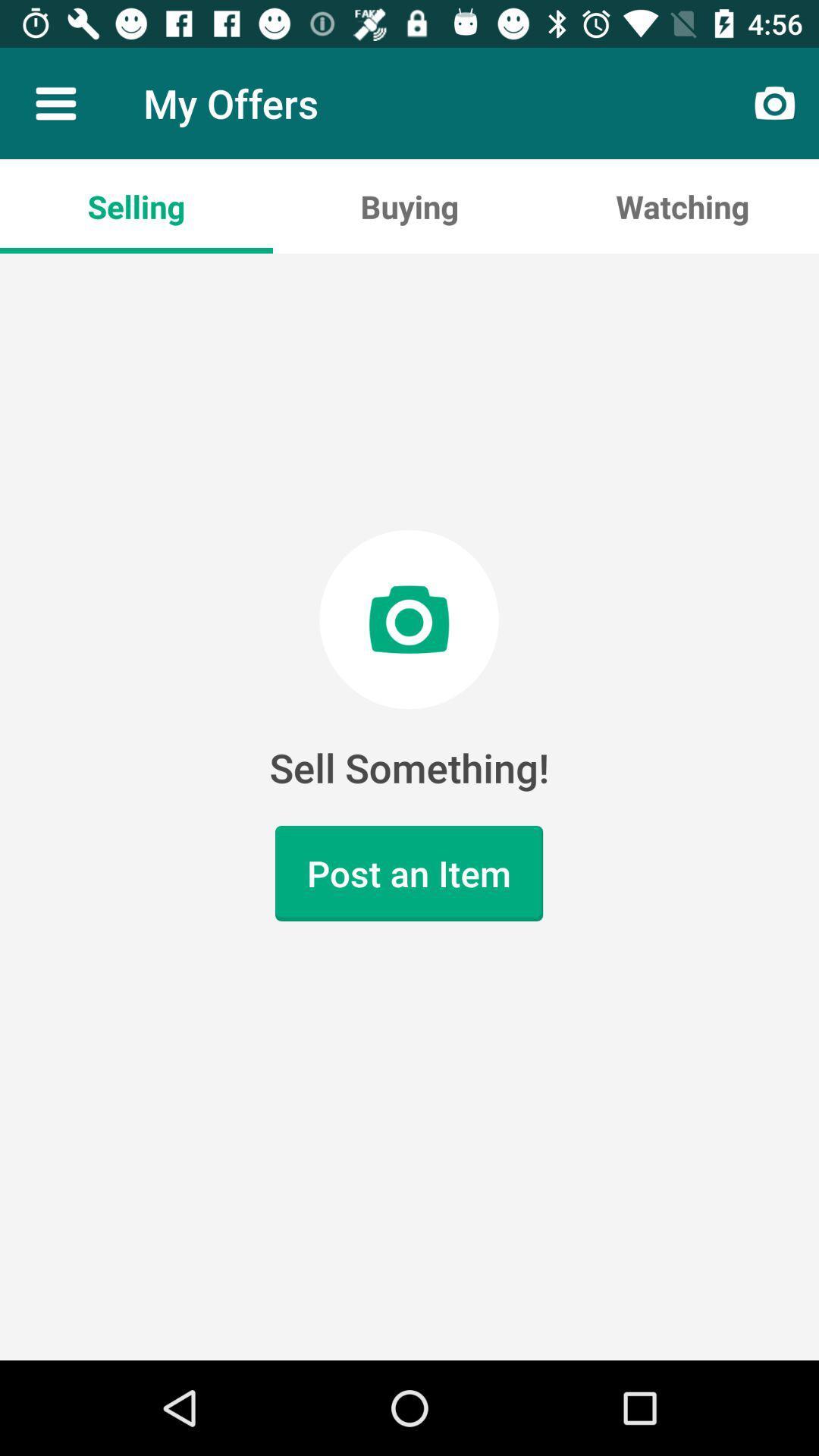 Image resolution: width=819 pixels, height=1456 pixels. I want to click on app to the right of selling icon, so click(409, 206).